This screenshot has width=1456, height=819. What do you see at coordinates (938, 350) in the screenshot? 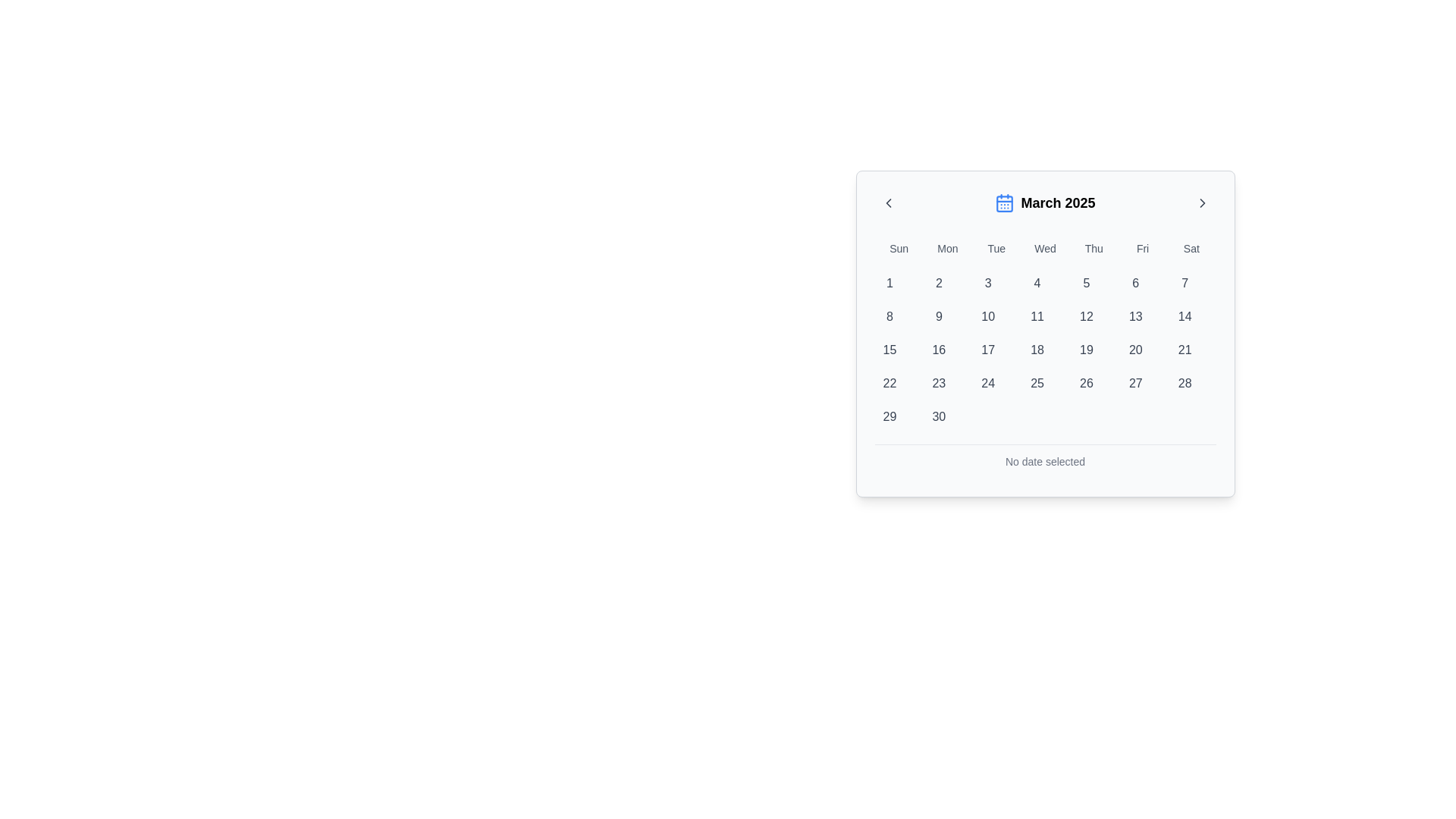
I see `the button representing the date '16' in the calendar` at bounding box center [938, 350].